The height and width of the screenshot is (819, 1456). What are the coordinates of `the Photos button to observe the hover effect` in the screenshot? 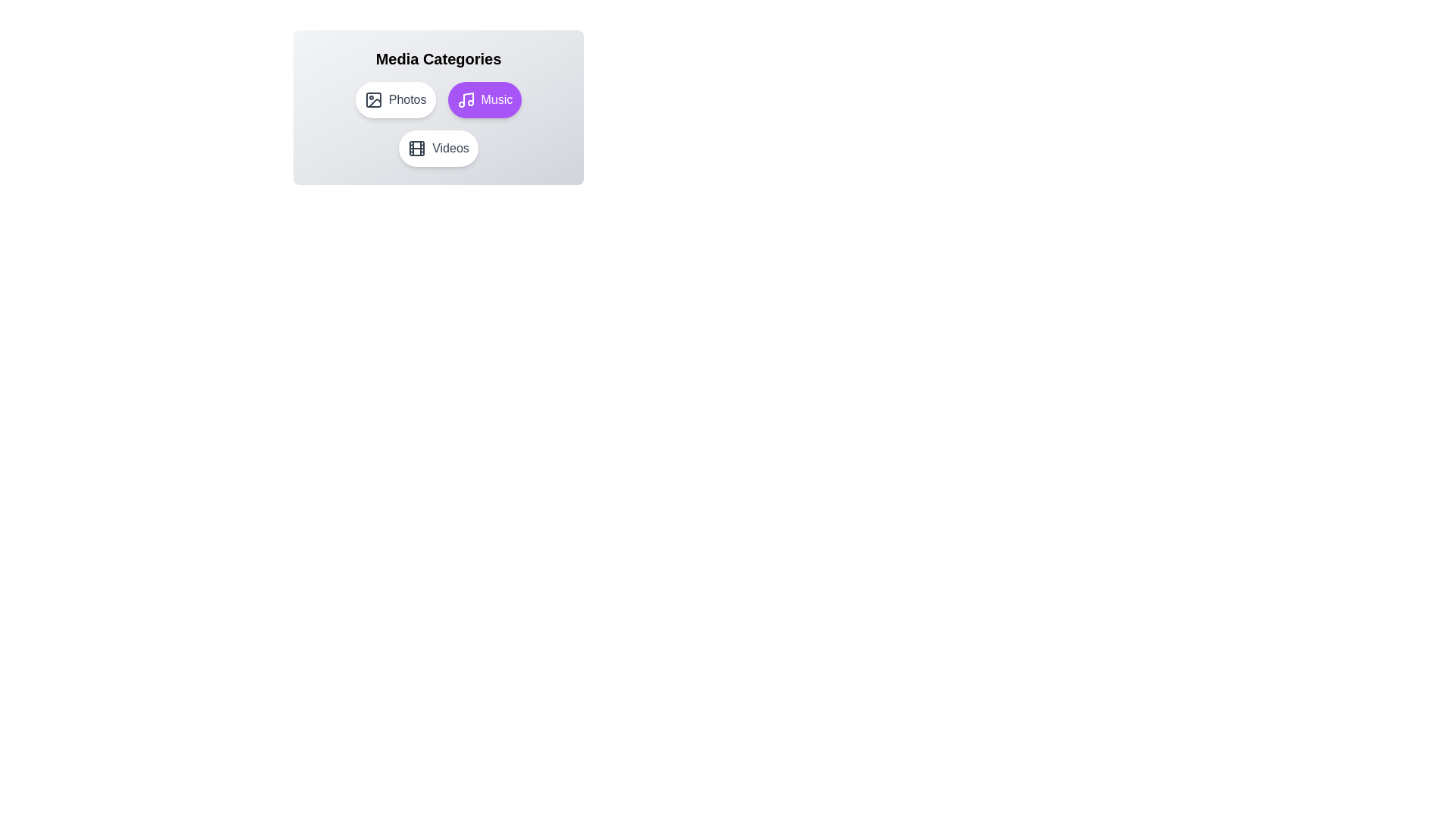 It's located at (395, 99).